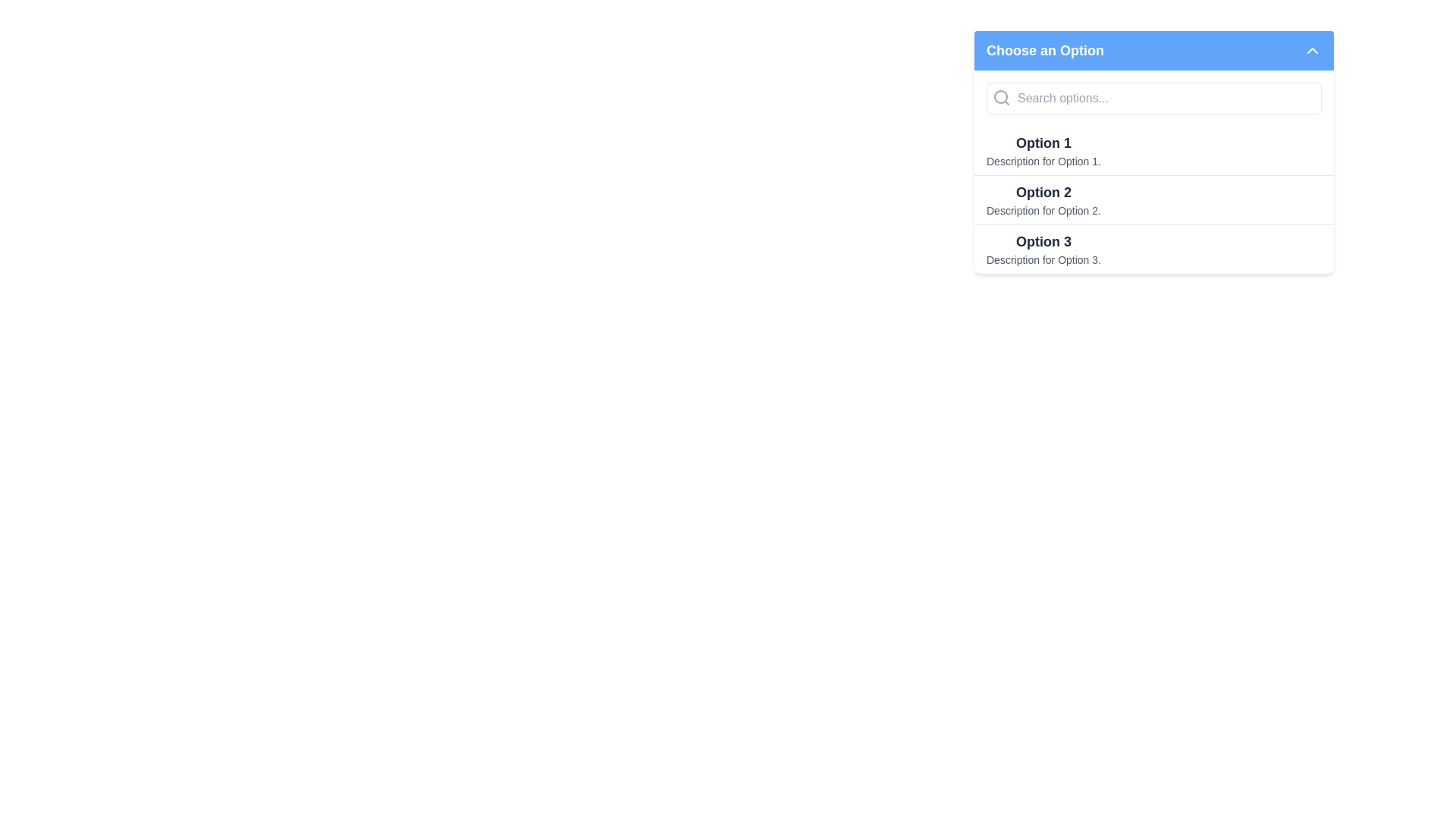 This screenshot has width=1456, height=819. What do you see at coordinates (1153, 199) in the screenshot?
I see `the list item element displaying 'Option 2' for keyboard navigation` at bounding box center [1153, 199].